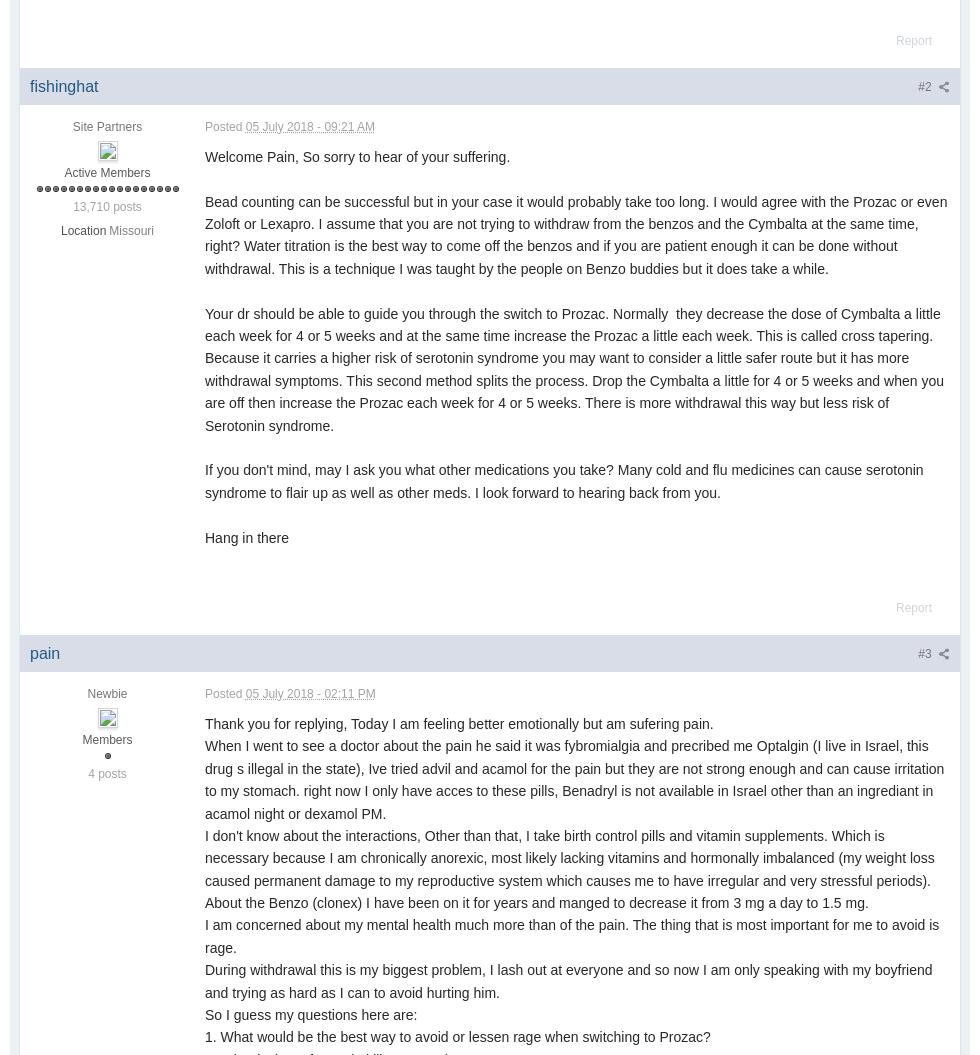 The height and width of the screenshot is (1055, 980). What do you see at coordinates (460, 722) in the screenshot?
I see `'Thank you for replying, Today I am feeling better emotionally but am sufering pain.'` at bounding box center [460, 722].